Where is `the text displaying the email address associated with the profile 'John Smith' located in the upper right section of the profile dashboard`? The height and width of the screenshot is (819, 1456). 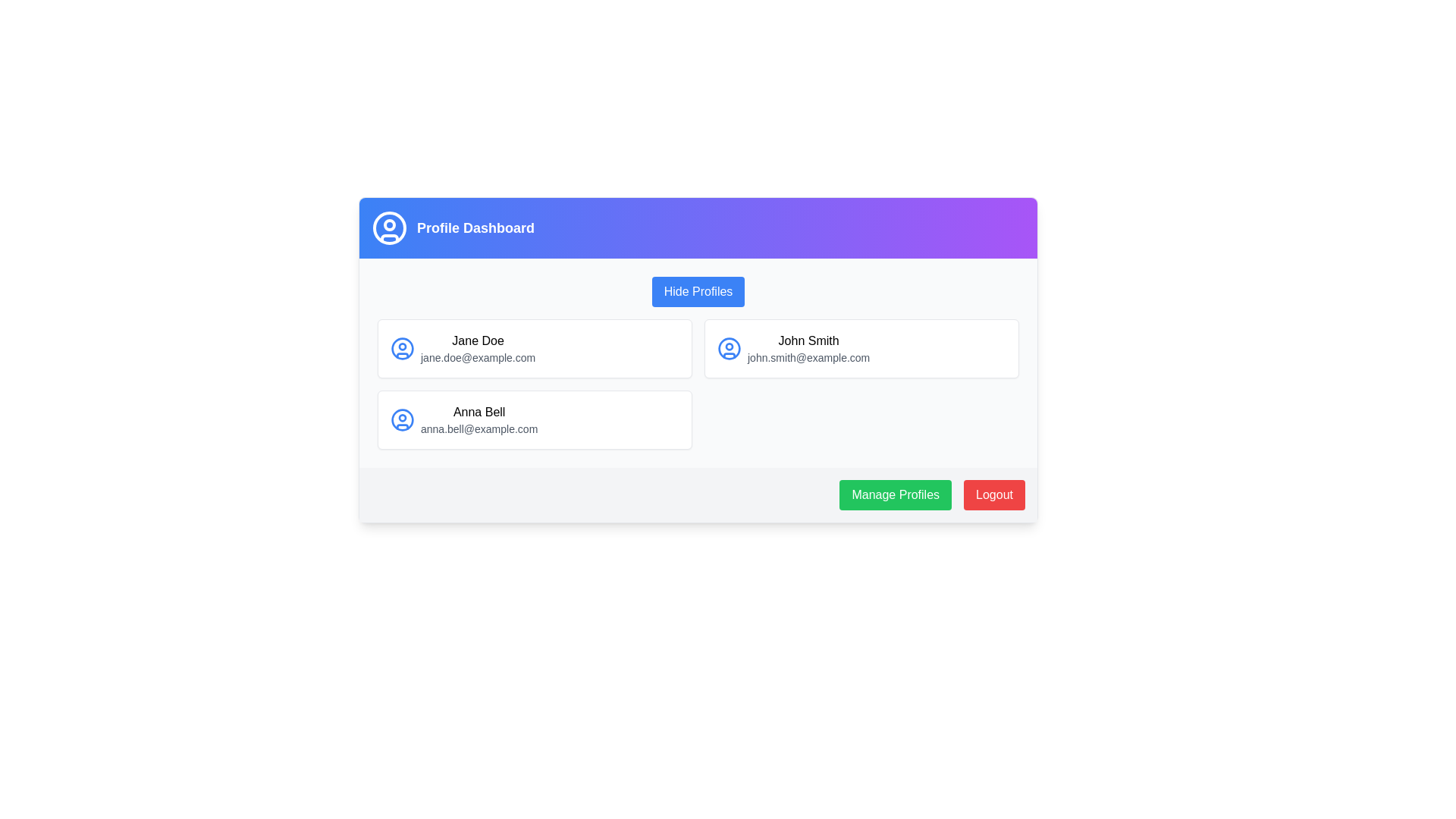 the text displaying the email address associated with the profile 'John Smith' located in the upper right section of the profile dashboard is located at coordinates (808, 357).